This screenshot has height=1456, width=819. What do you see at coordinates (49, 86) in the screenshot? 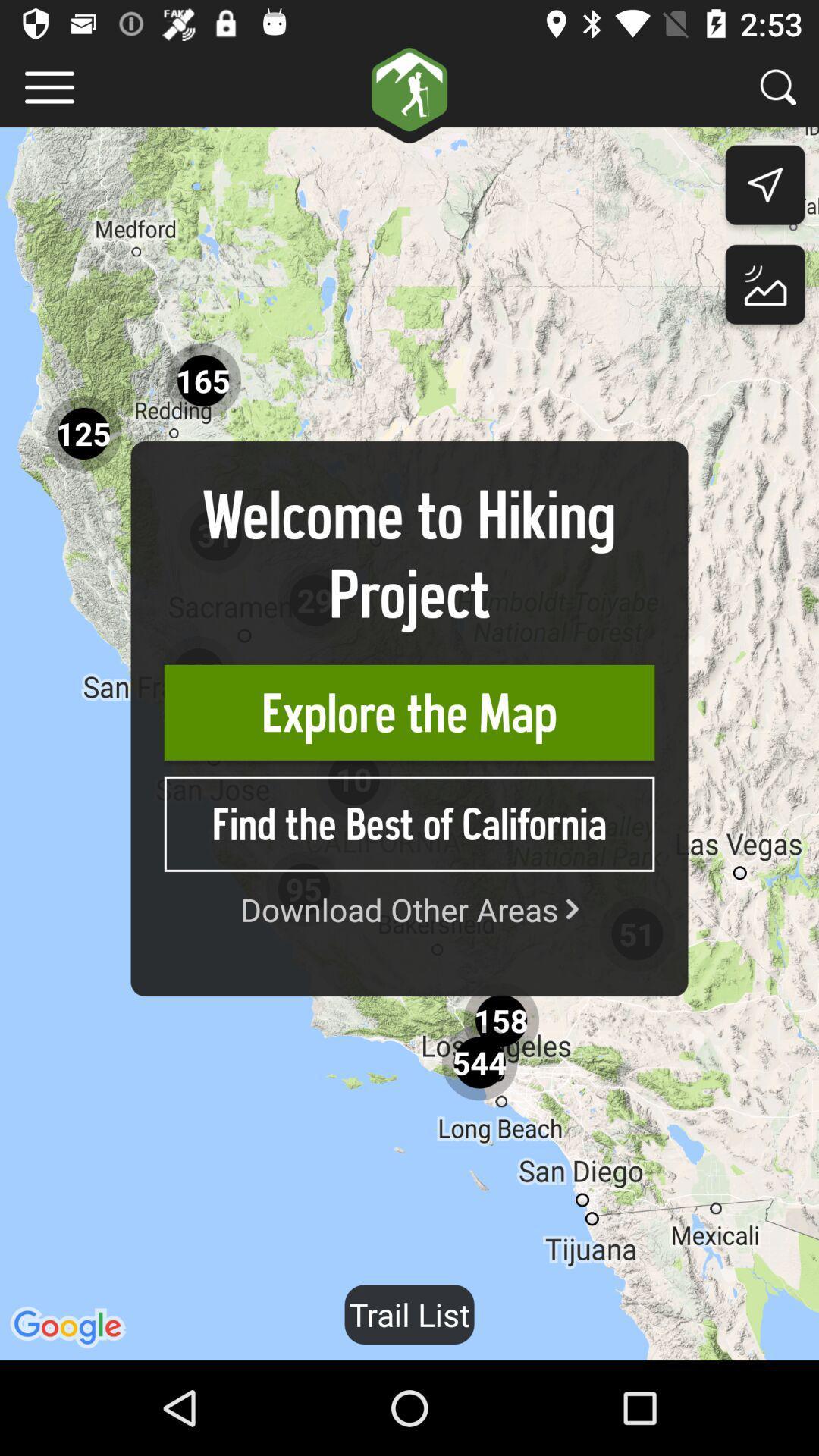
I see `more details` at bounding box center [49, 86].